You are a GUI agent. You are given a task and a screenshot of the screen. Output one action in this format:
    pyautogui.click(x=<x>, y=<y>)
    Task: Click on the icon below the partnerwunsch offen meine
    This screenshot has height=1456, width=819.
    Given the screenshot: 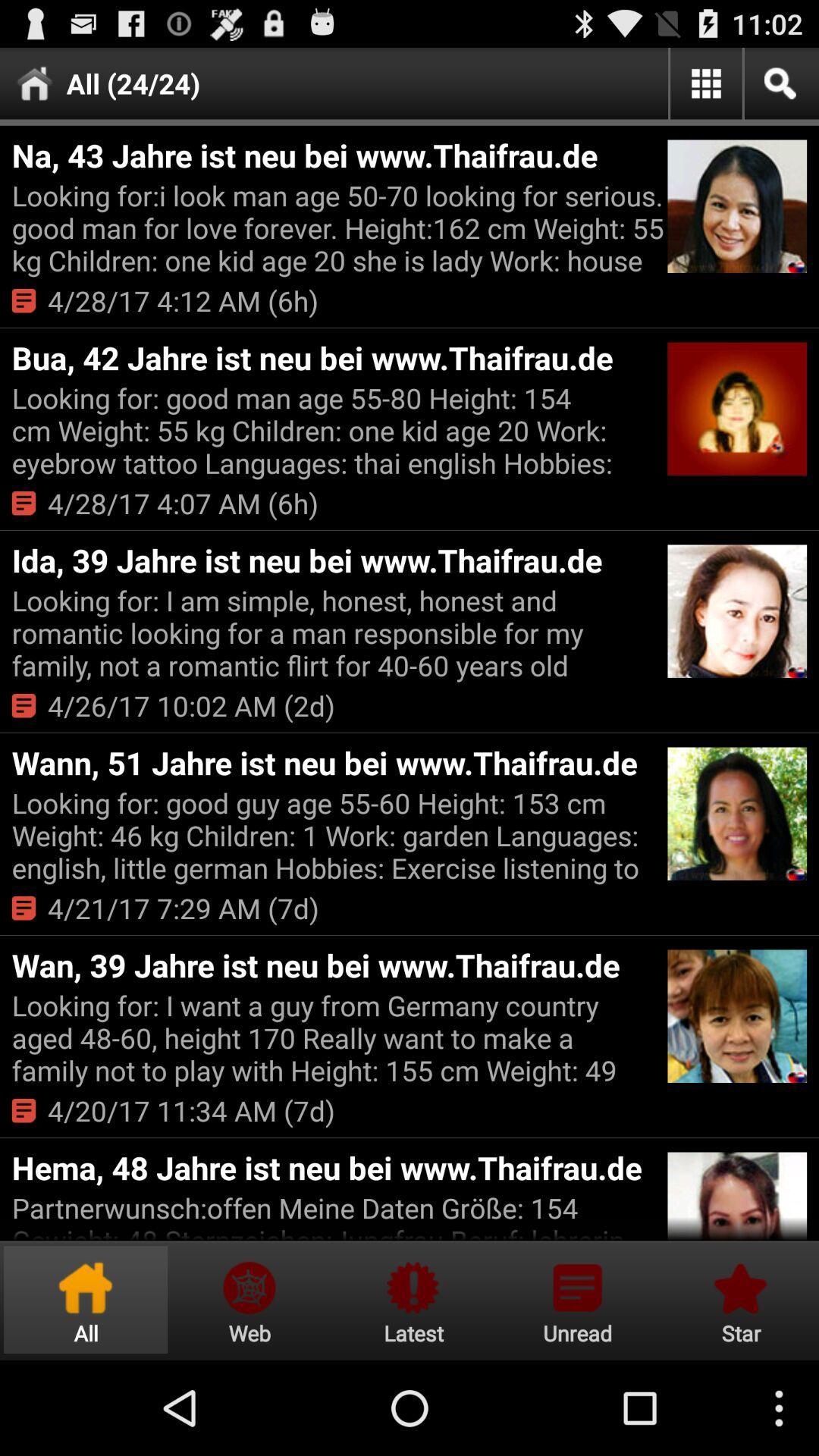 What is the action you would take?
    pyautogui.click(x=249, y=1299)
    